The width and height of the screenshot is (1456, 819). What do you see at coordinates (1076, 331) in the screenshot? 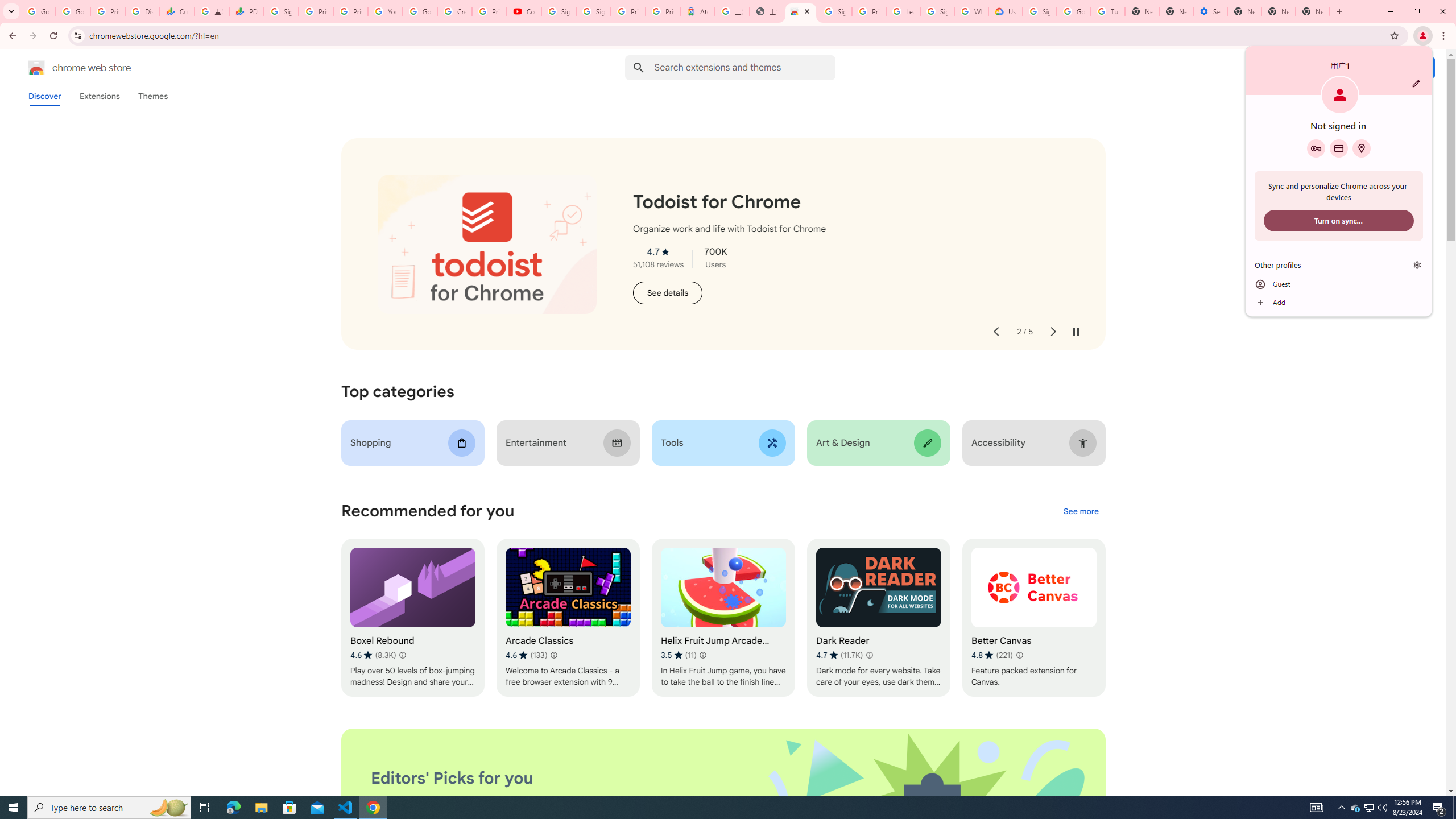
I see `'Pause auto-play'` at bounding box center [1076, 331].